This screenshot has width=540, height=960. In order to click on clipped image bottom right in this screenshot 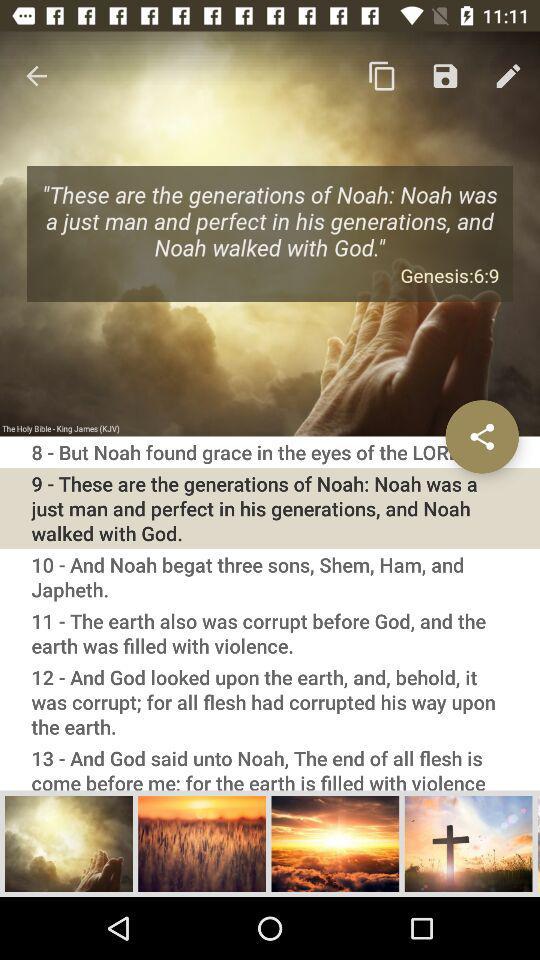, I will do `click(538, 842)`.